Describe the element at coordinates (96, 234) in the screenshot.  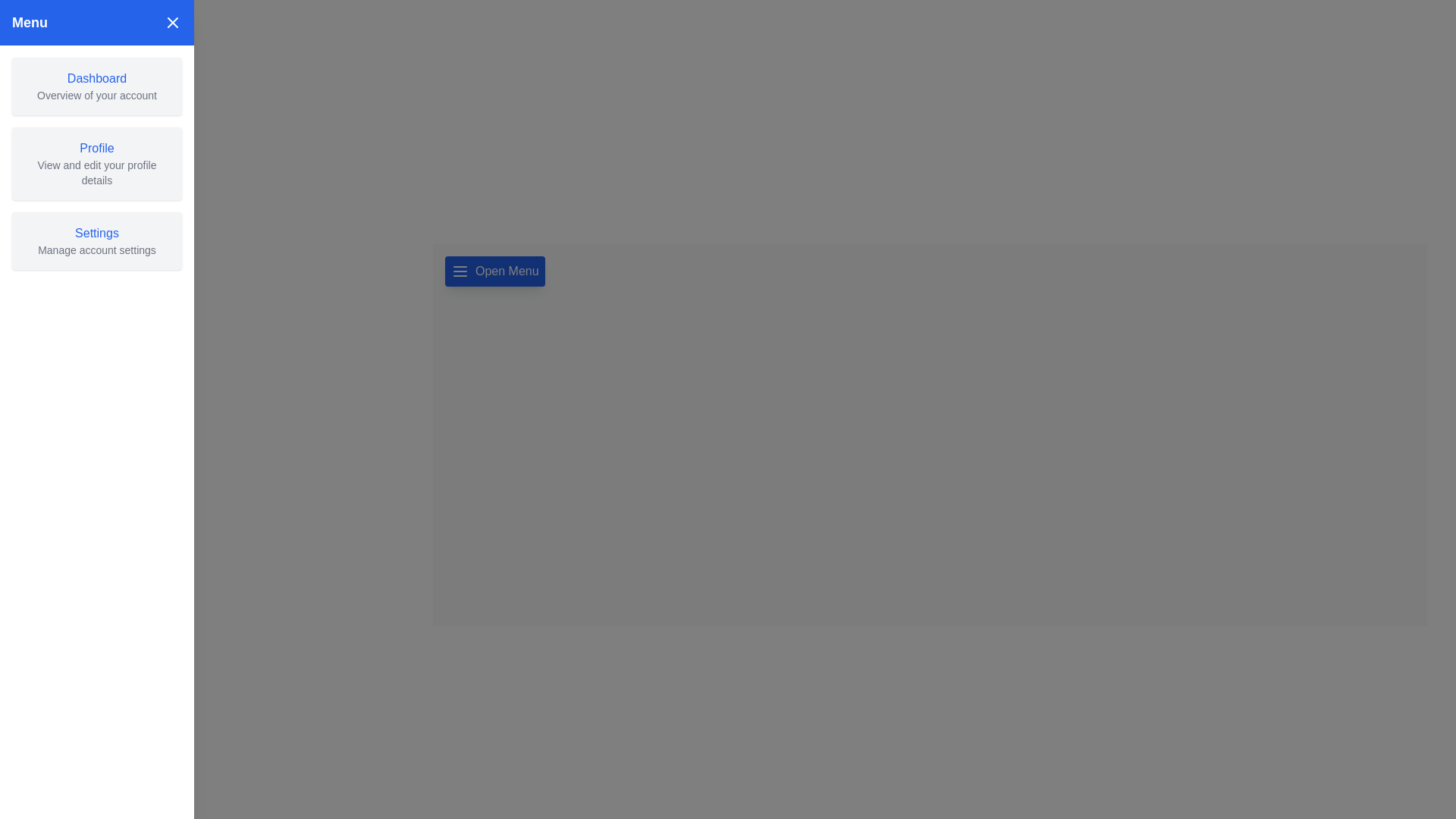
I see `text label 'Settings' within the clickable card in the sidebar on the left, which also contains the smaller text 'Manage account settings'` at that location.